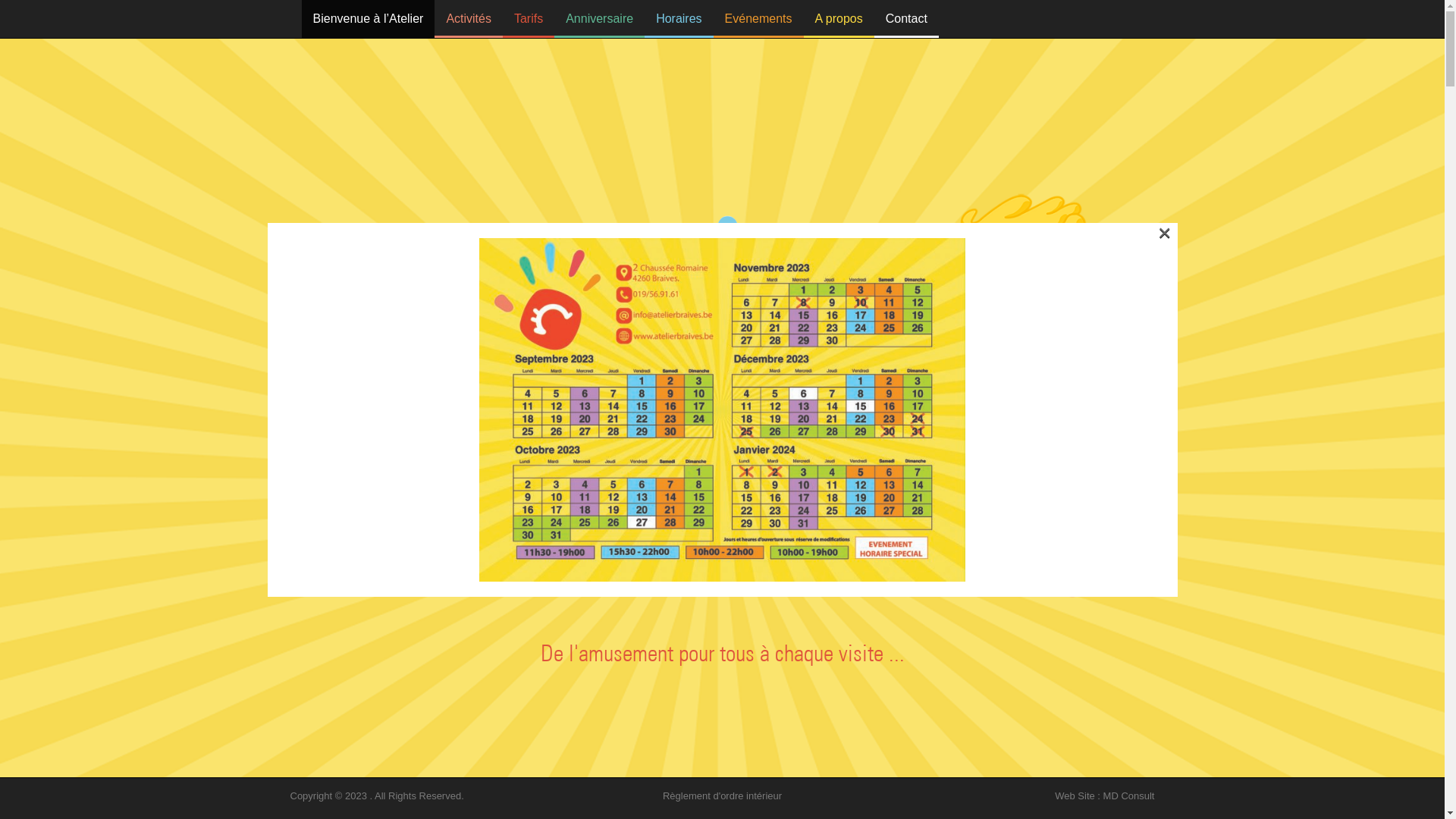 The width and height of the screenshot is (1456, 819). Describe the element at coordinates (677, 18) in the screenshot. I see `'Horaires'` at that location.